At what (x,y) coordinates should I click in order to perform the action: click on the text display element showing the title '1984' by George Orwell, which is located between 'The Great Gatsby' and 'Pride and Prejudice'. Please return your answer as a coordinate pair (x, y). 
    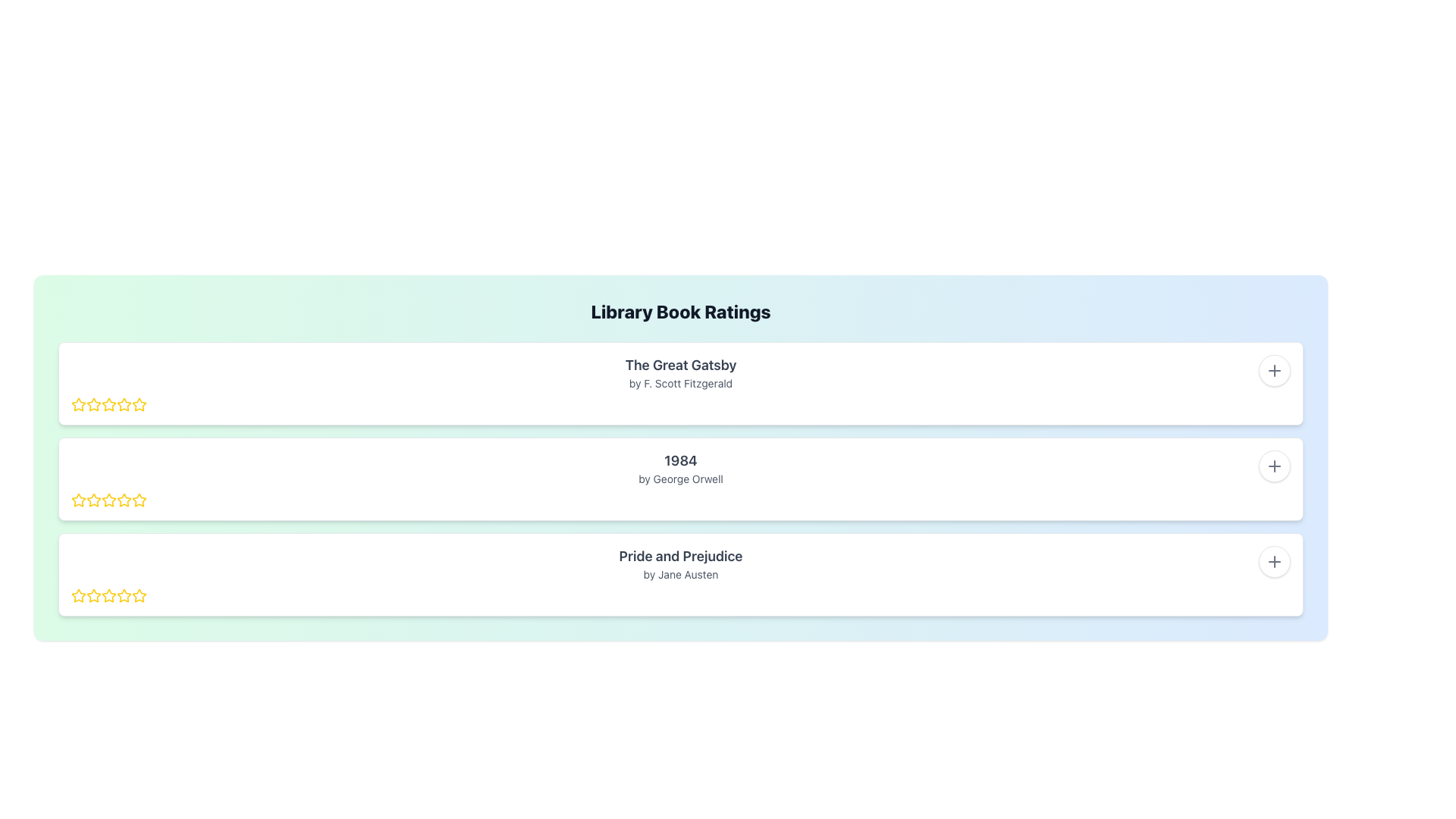
    Looking at the image, I should click on (679, 479).